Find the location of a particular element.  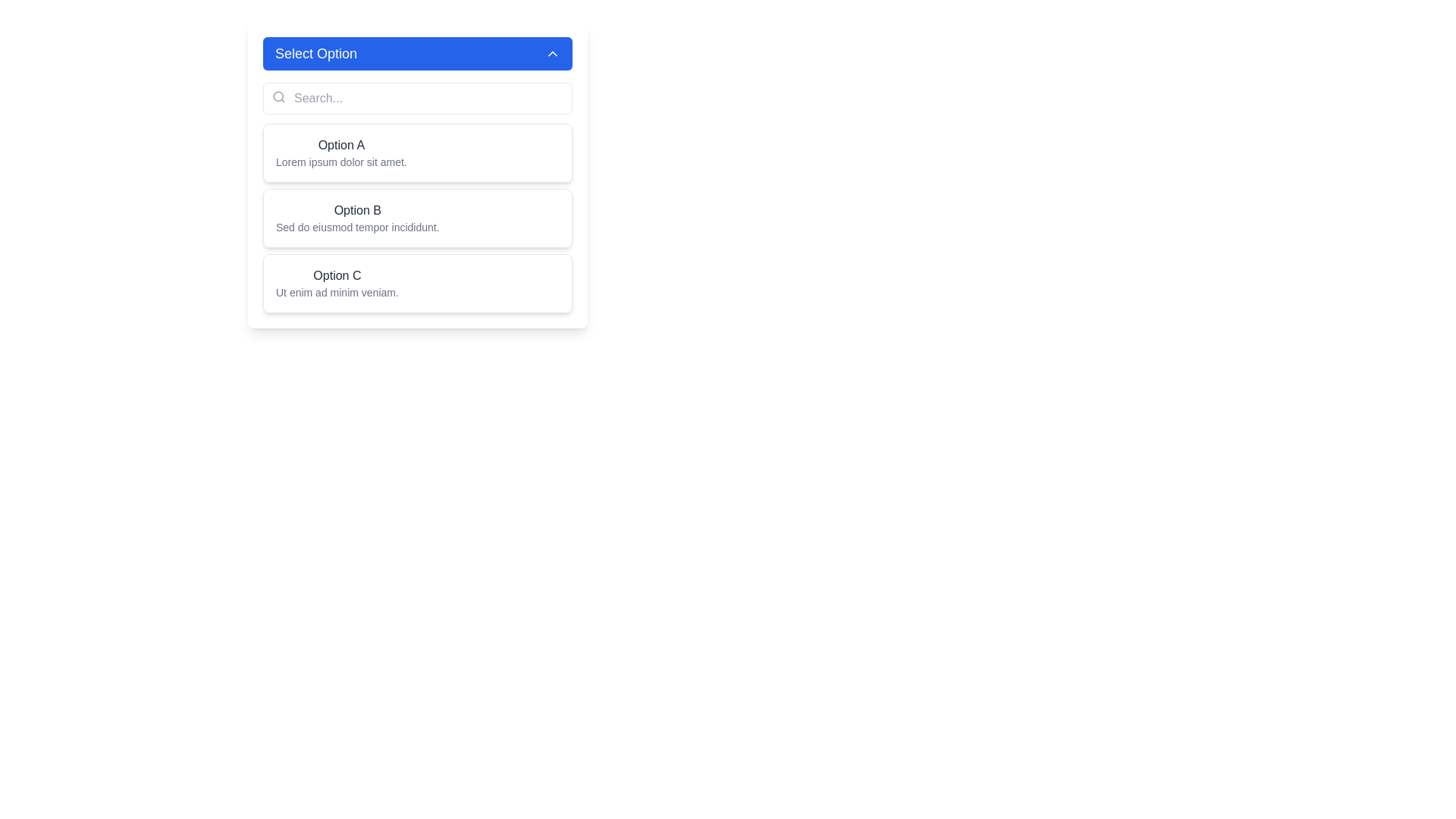

the functionality of the search input field associated with the magnifying glass icon located on the left side of the input field is located at coordinates (279, 96).